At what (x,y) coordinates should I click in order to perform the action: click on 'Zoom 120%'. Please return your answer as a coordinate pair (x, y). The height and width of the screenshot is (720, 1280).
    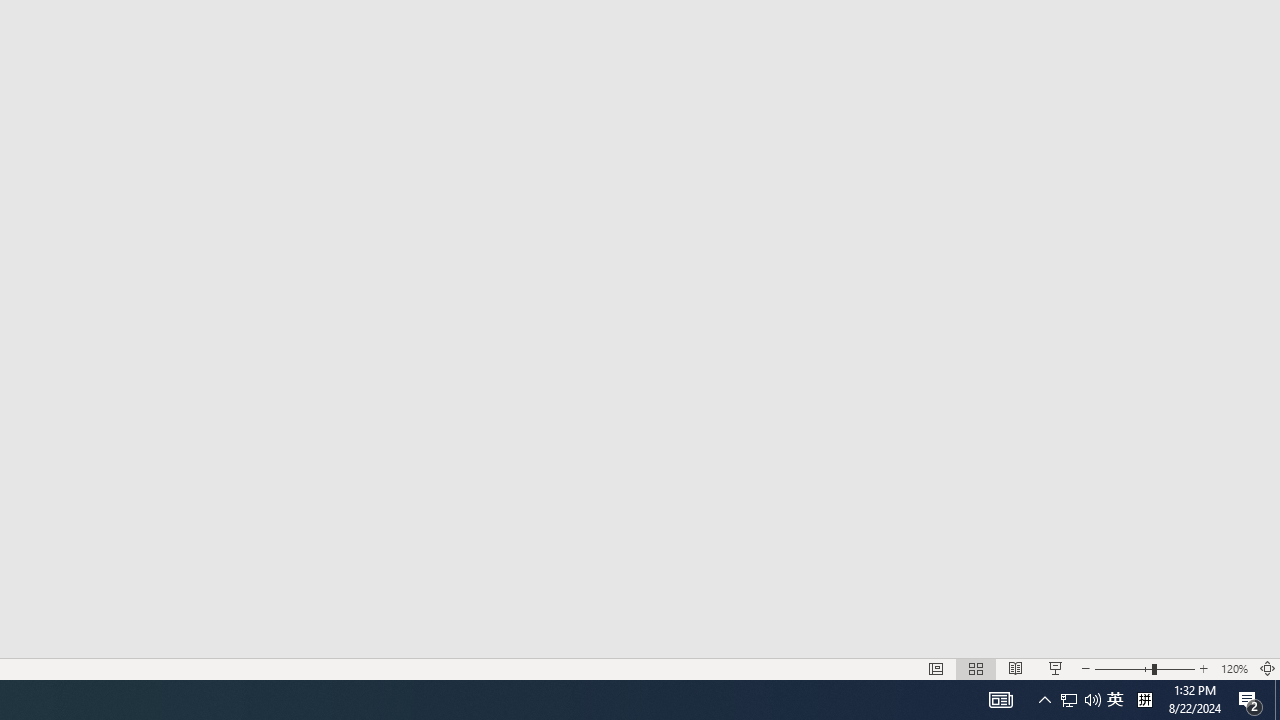
    Looking at the image, I should click on (1233, 669).